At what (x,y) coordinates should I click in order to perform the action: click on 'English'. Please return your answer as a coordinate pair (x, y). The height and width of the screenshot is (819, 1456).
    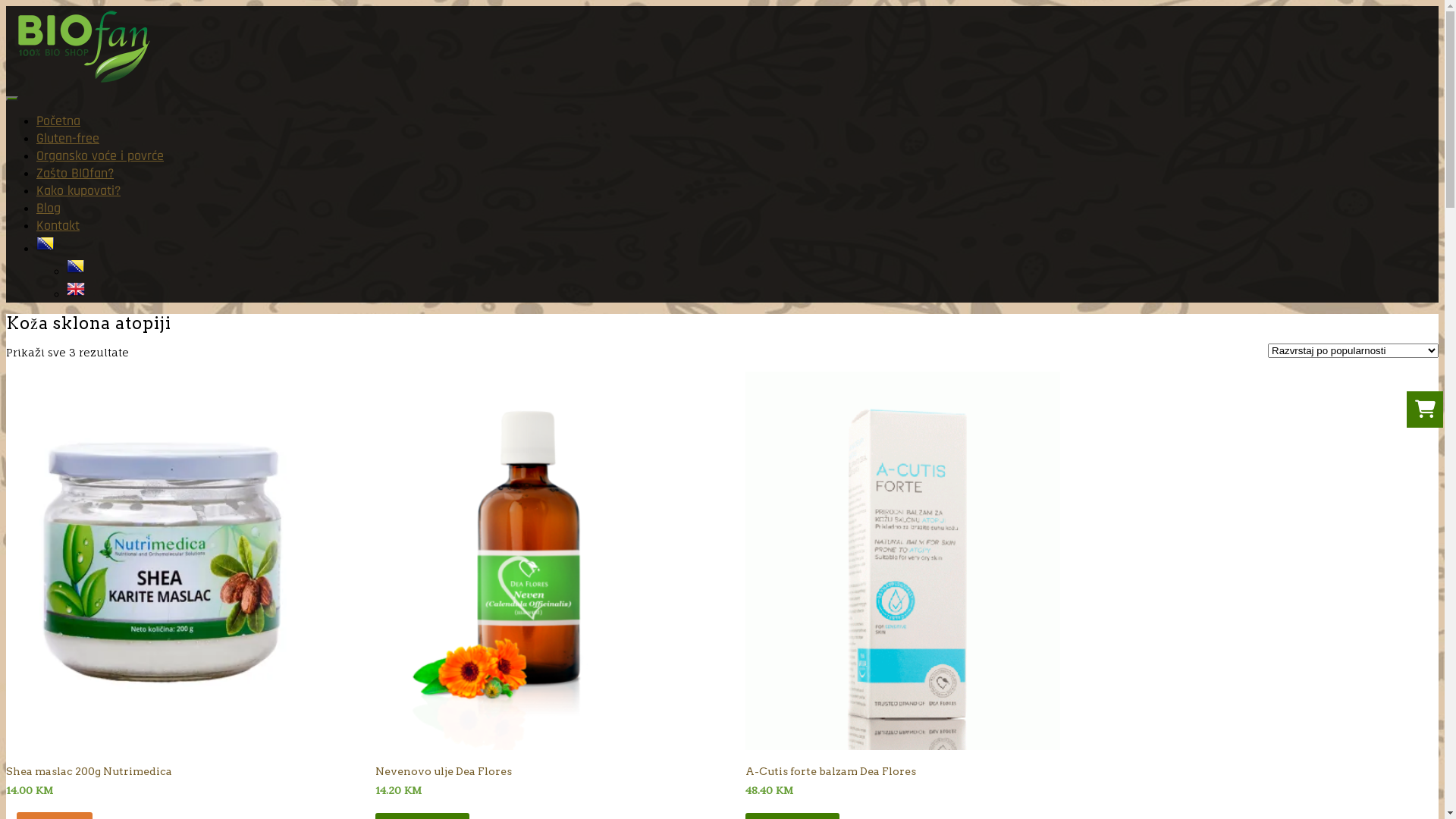
    Looking at the image, I should click on (65, 293).